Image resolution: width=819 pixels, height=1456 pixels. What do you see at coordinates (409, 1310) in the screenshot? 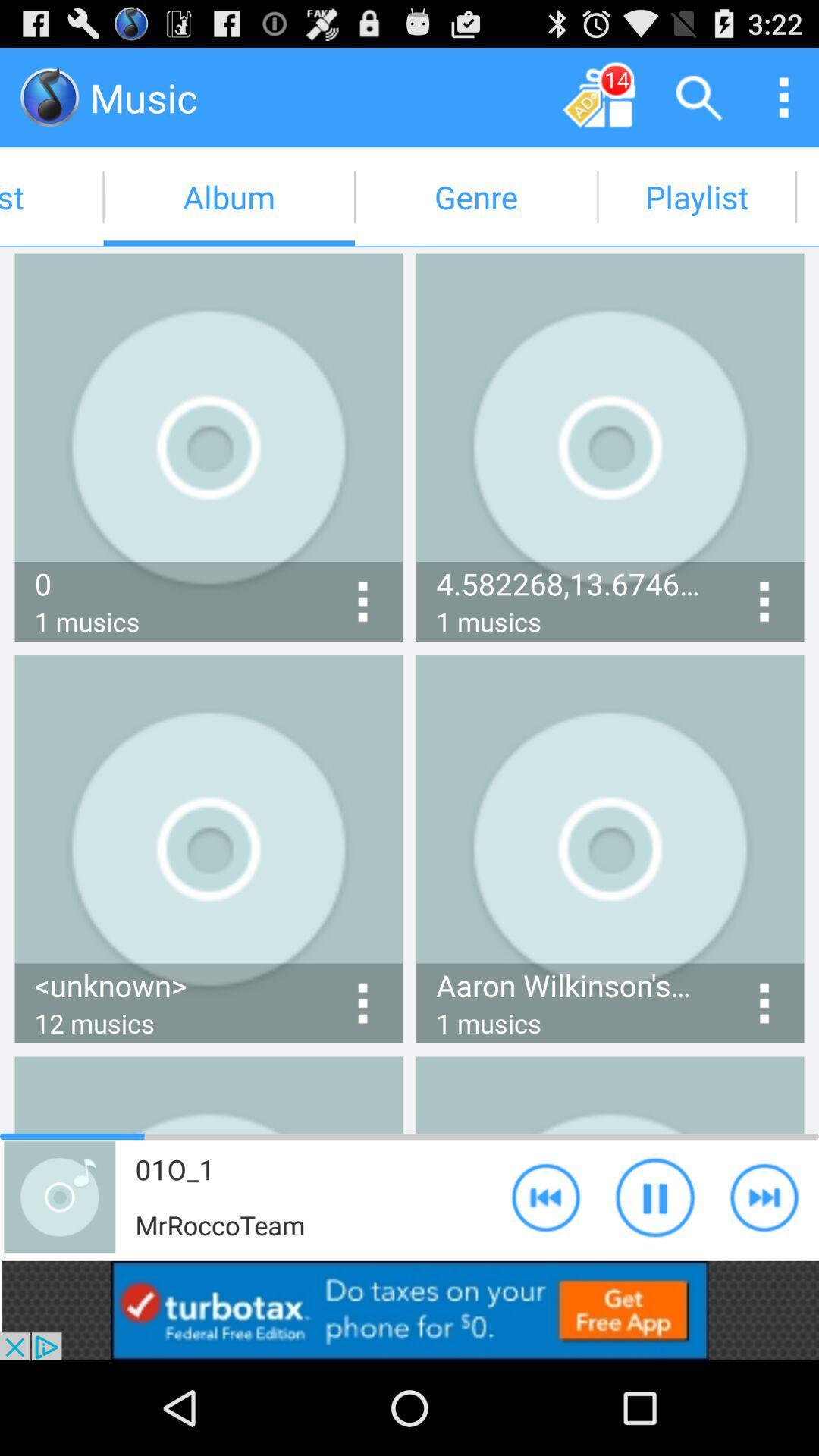
I see `click the advertisement for turbotax` at bounding box center [409, 1310].